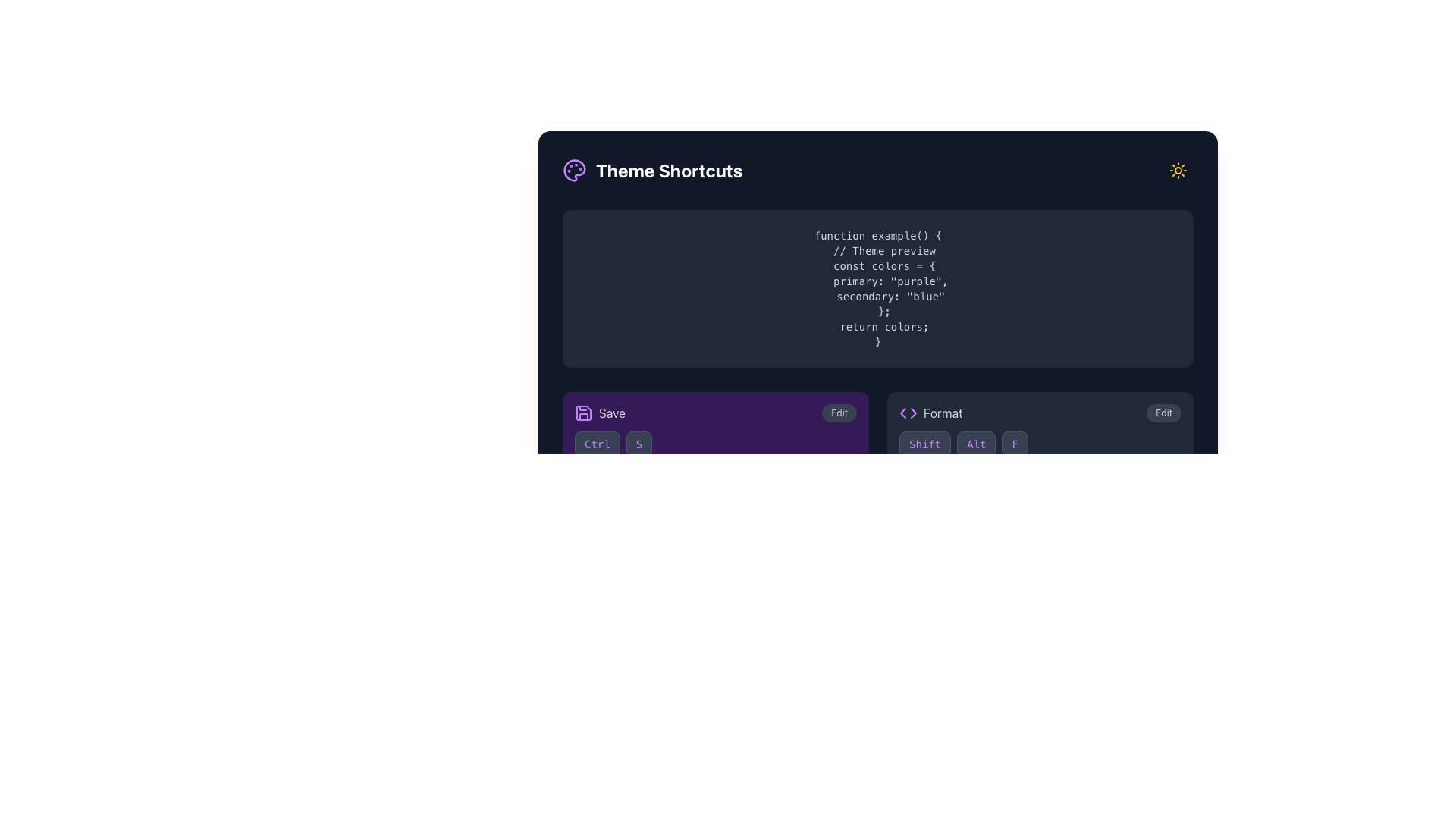 Image resolution: width=1456 pixels, height=819 pixels. What do you see at coordinates (599, 413) in the screenshot?
I see `the 'Save' button which has a purple save icon and gray text` at bounding box center [599, 413].